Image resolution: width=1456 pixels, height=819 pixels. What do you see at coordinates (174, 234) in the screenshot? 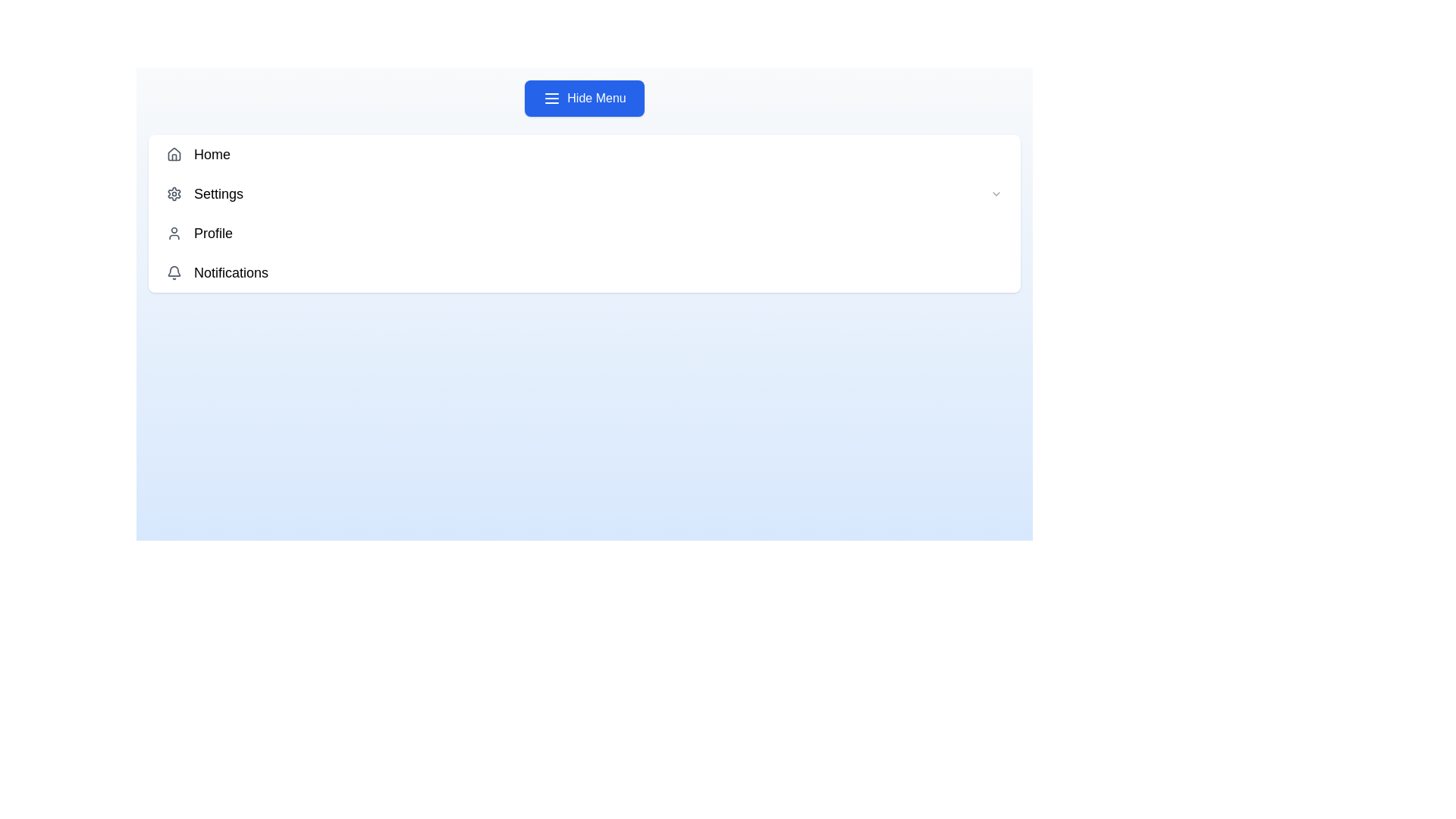
I see `the user profile icon, which is a gray SVG graphic located to the left of the 'Profile' text in the vertical navigation menu` at bounding box center [174, 234].